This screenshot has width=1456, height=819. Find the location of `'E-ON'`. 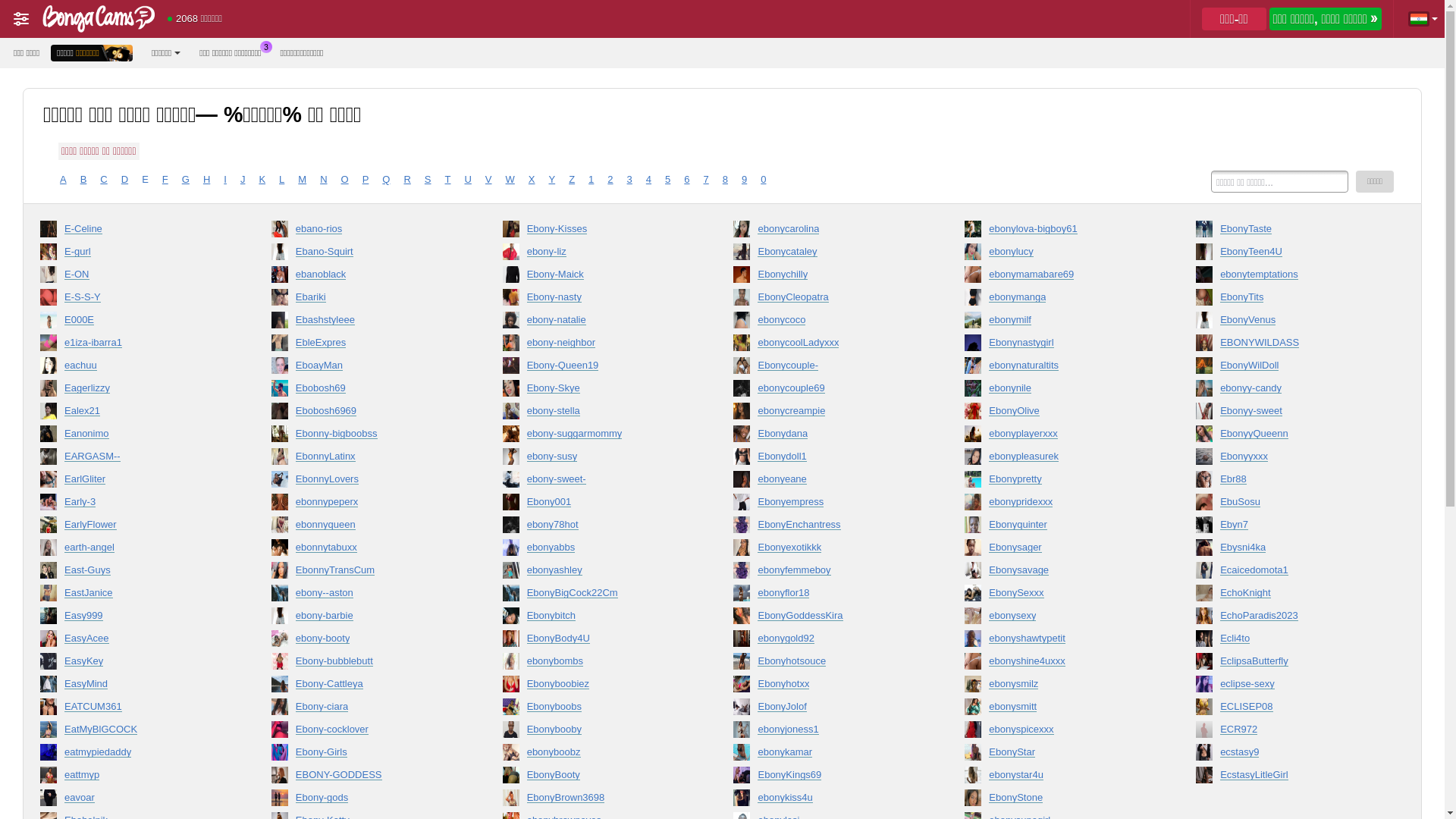

'E-ON' is located at coordinates (39, 278).